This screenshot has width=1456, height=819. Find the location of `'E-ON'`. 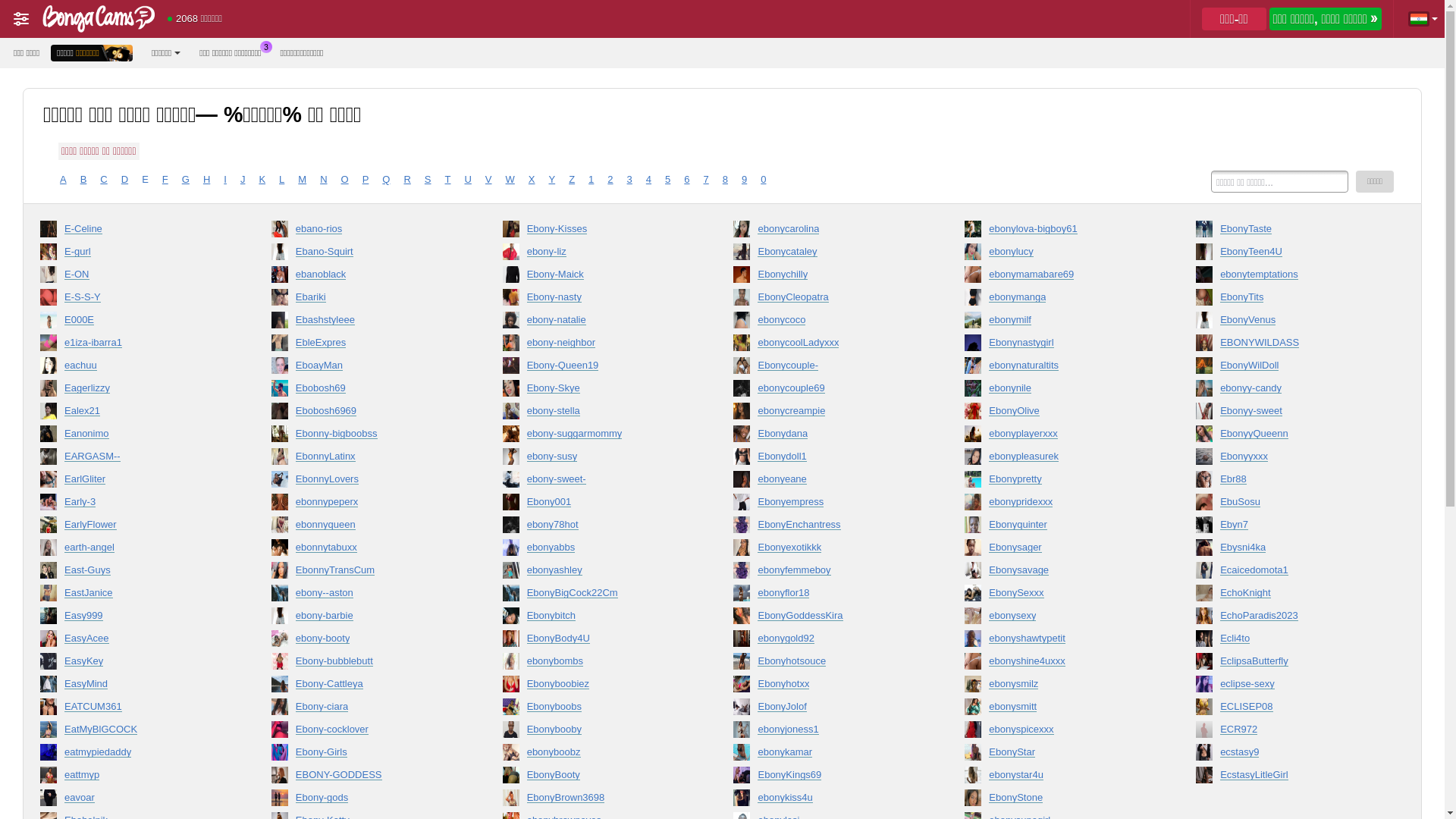

'E-ON' is located at coordinates (39, 278).